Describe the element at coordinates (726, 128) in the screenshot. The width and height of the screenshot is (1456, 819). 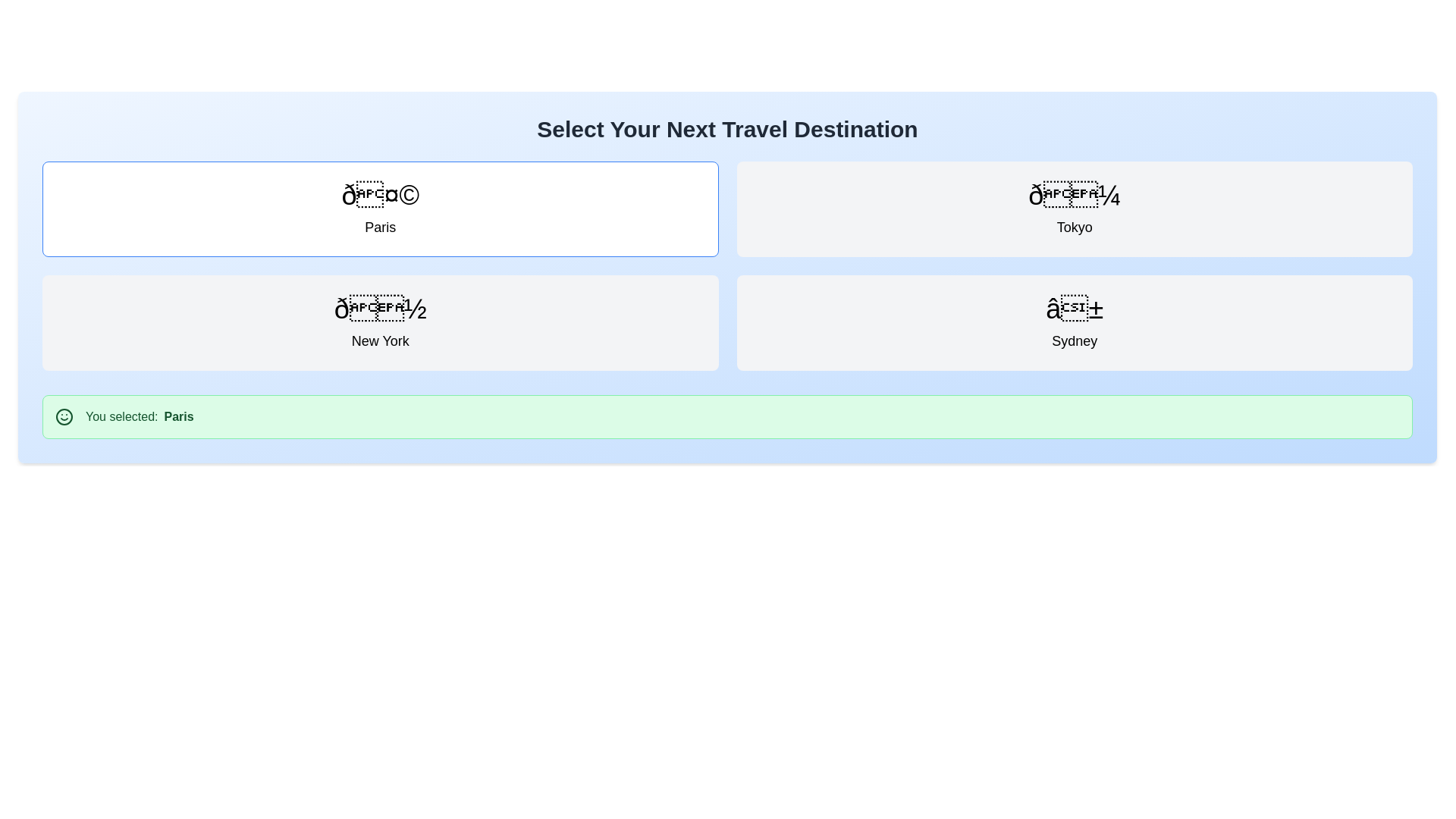
I see `the header text that provides the title and context for selecting a travel destination, located at the top center of the layout` at that location.